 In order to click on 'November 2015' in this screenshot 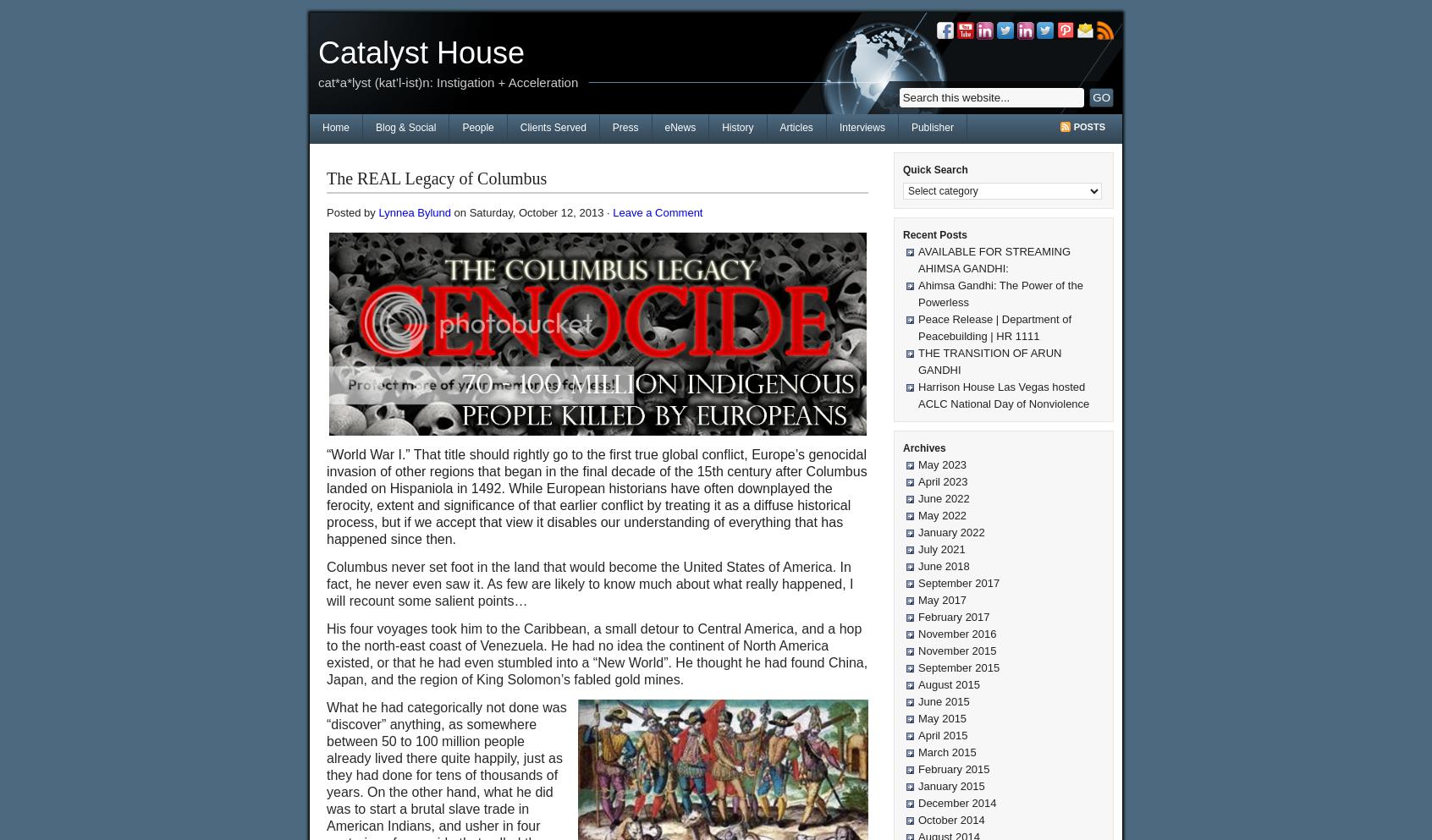, I will do `click(956, 650)`.